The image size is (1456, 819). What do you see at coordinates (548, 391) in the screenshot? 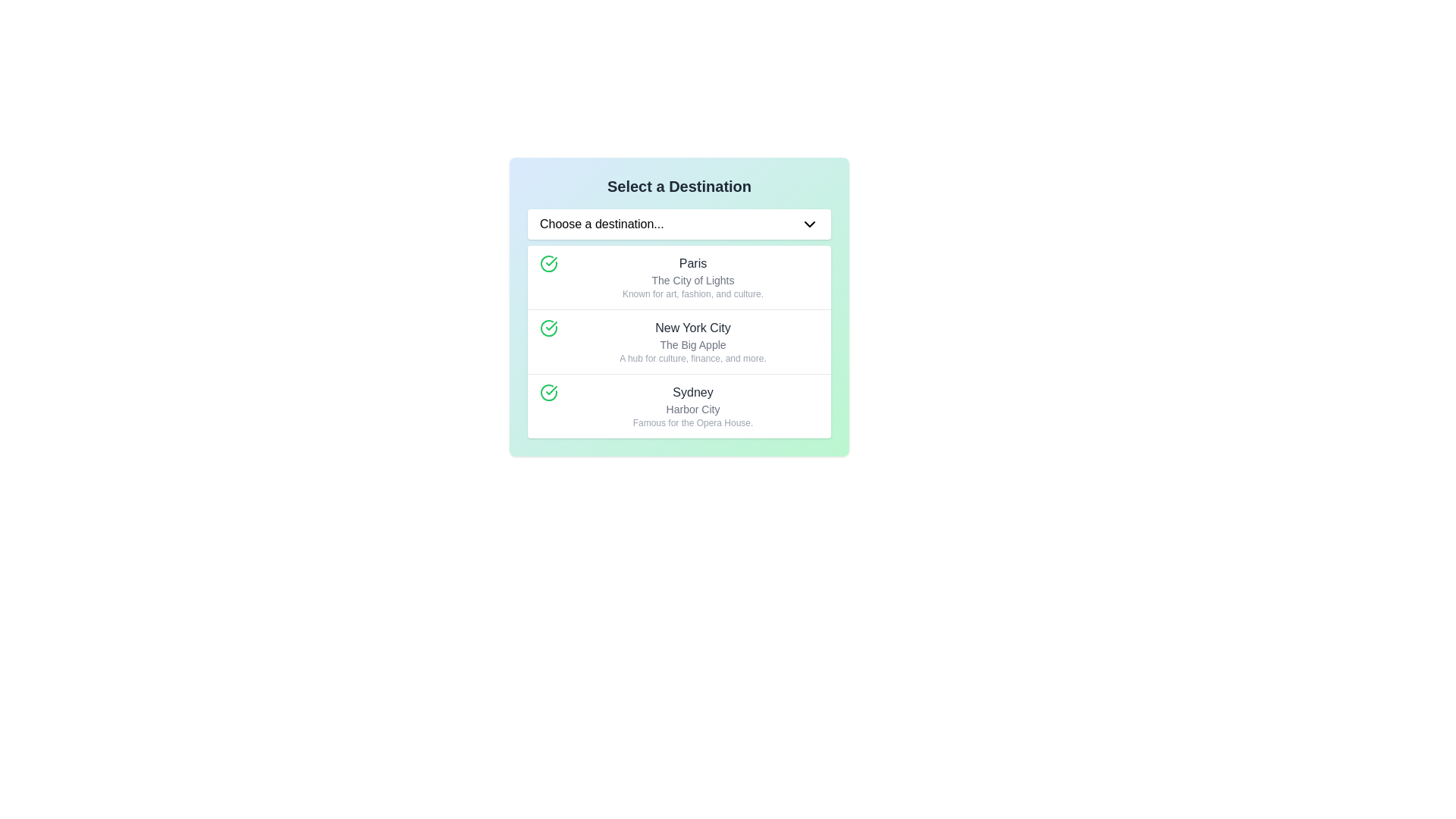
I see `the circular icon with a checkmark inside, which has a green outline and is located to the left of the title 'Sydney' in the list of destinations` at bounding box center [548, 391].